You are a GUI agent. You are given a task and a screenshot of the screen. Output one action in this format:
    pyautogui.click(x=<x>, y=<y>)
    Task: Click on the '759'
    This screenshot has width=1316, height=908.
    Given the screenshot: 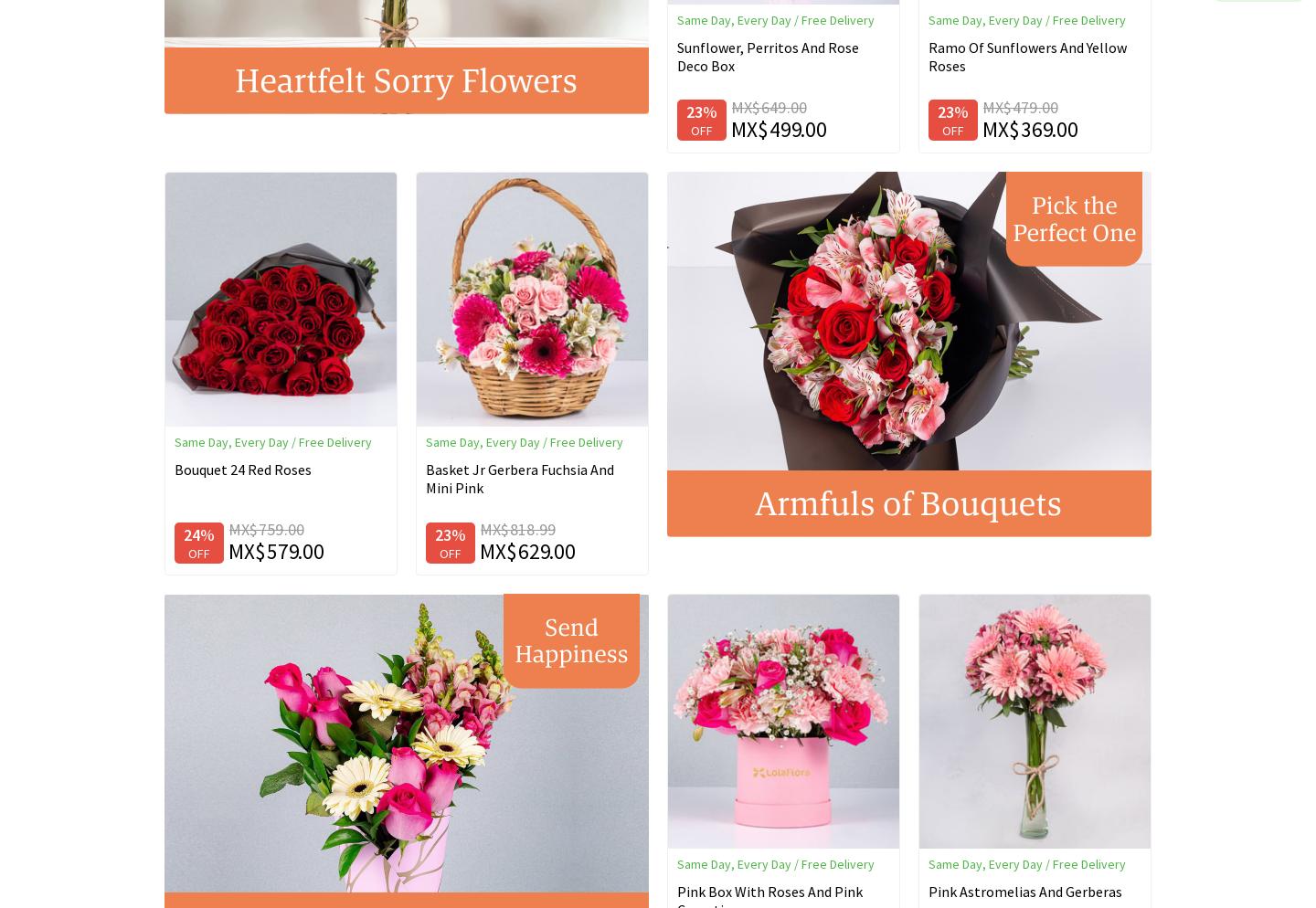 What is the action you would take?
    pyautogui.click(x=270, y=529)
    